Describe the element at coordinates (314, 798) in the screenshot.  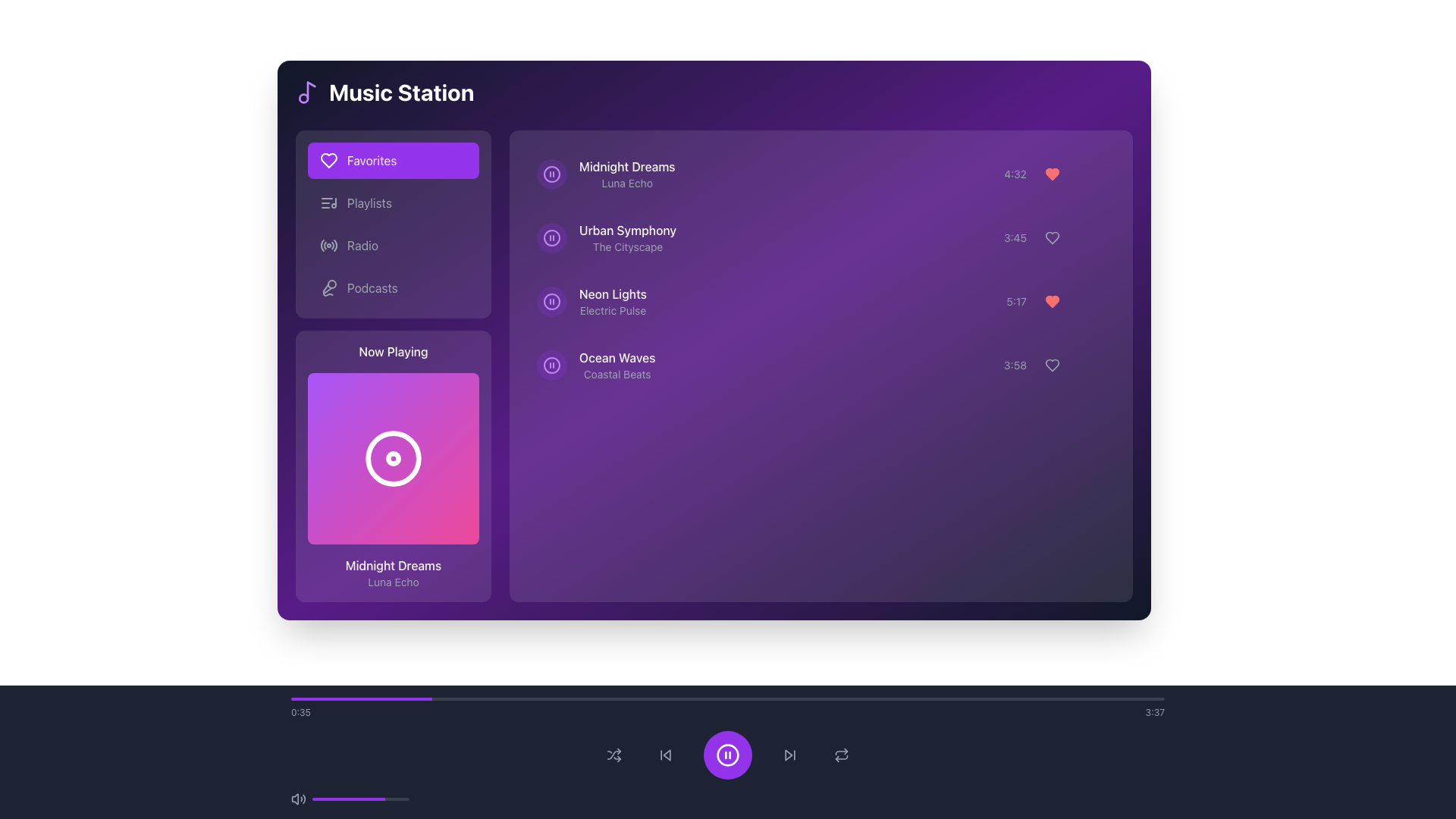
I see `the slider value` at that location.